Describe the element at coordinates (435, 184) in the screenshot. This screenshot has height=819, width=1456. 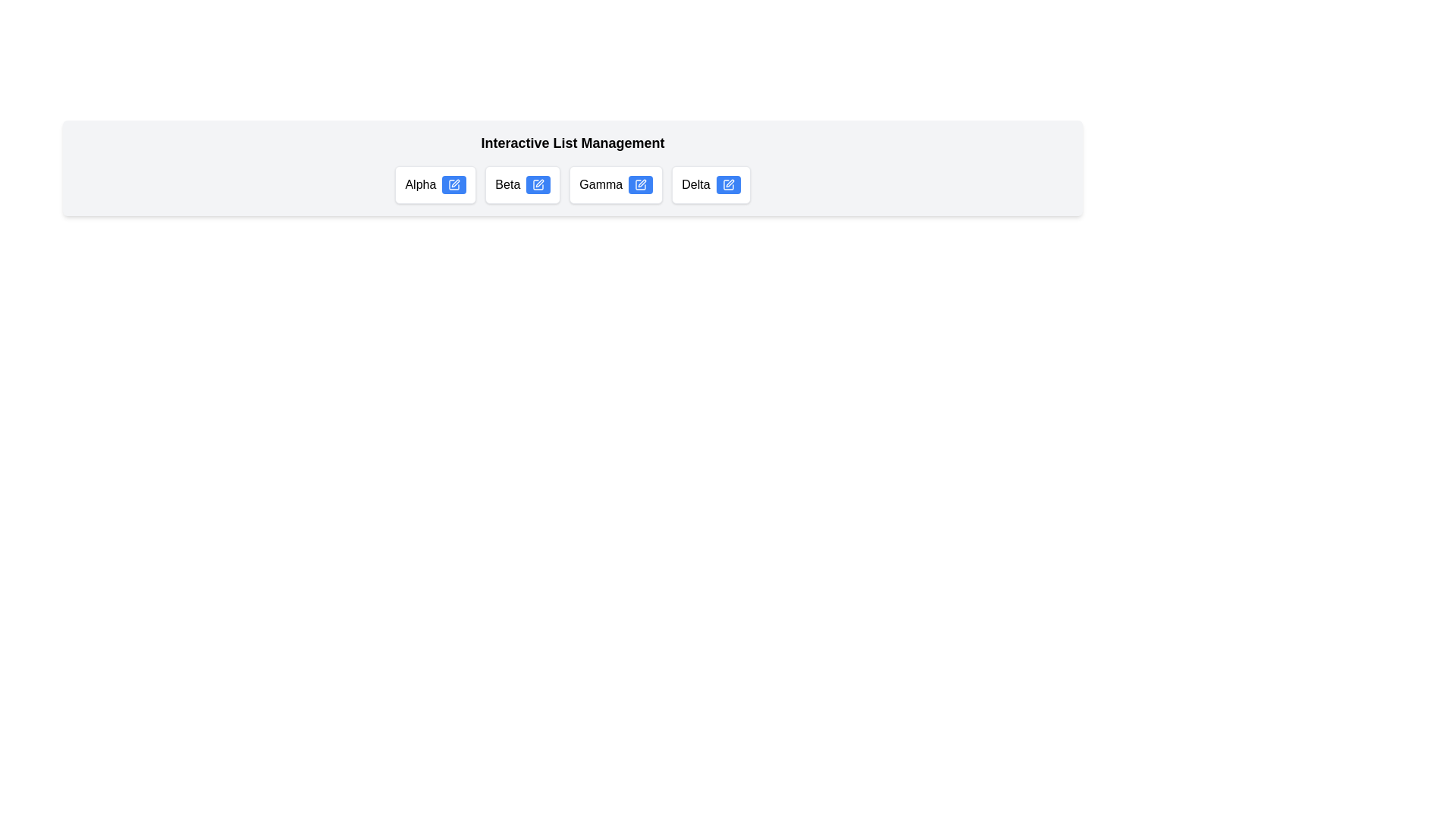
I see `the first card in the horizontal row labeled 'Alpha', which contains a blue button with an edit icon on the right` at that location.